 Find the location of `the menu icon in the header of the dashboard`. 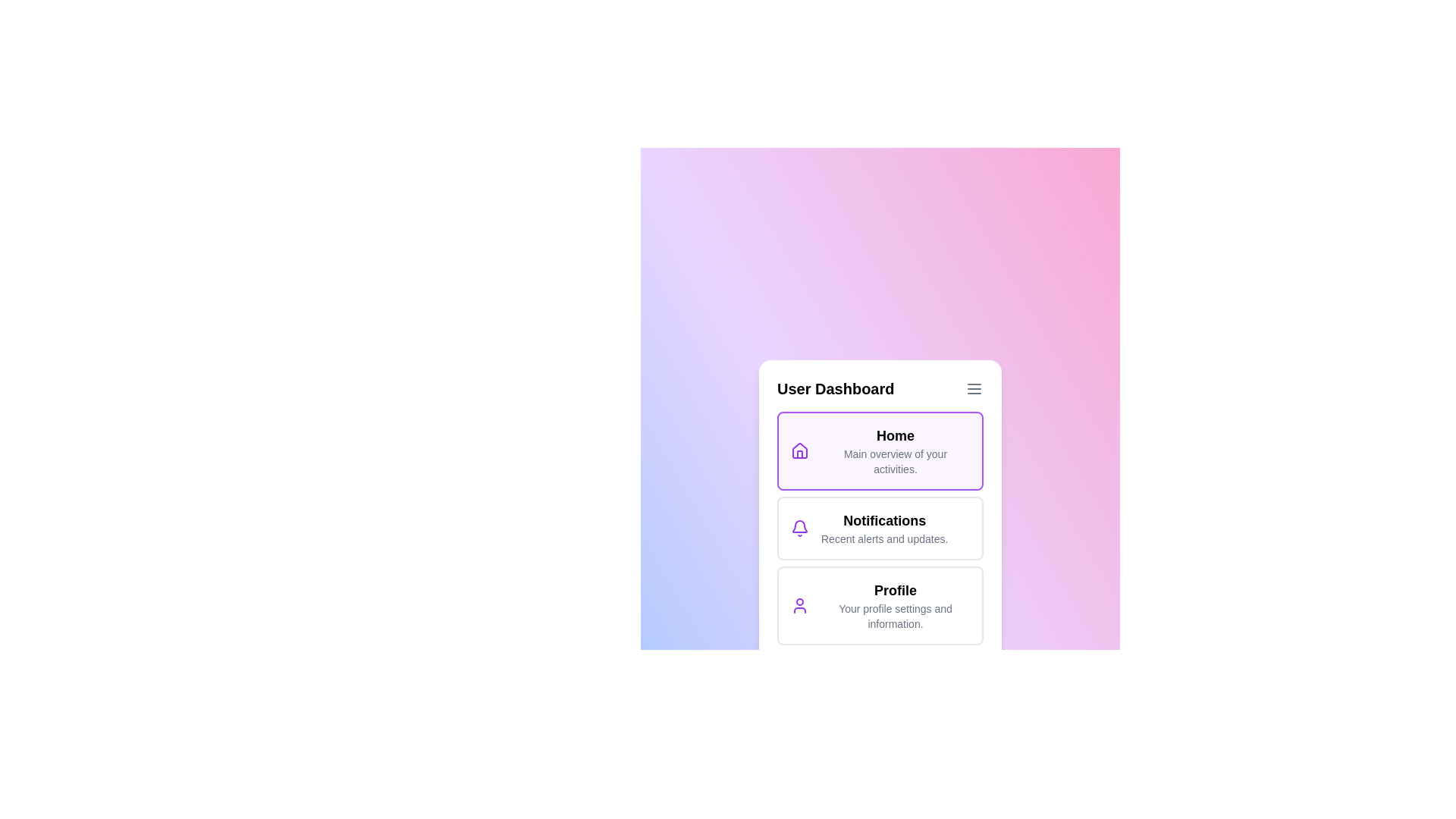

the menu icon in the header of the dashboard is located at coordinates (974, 388).